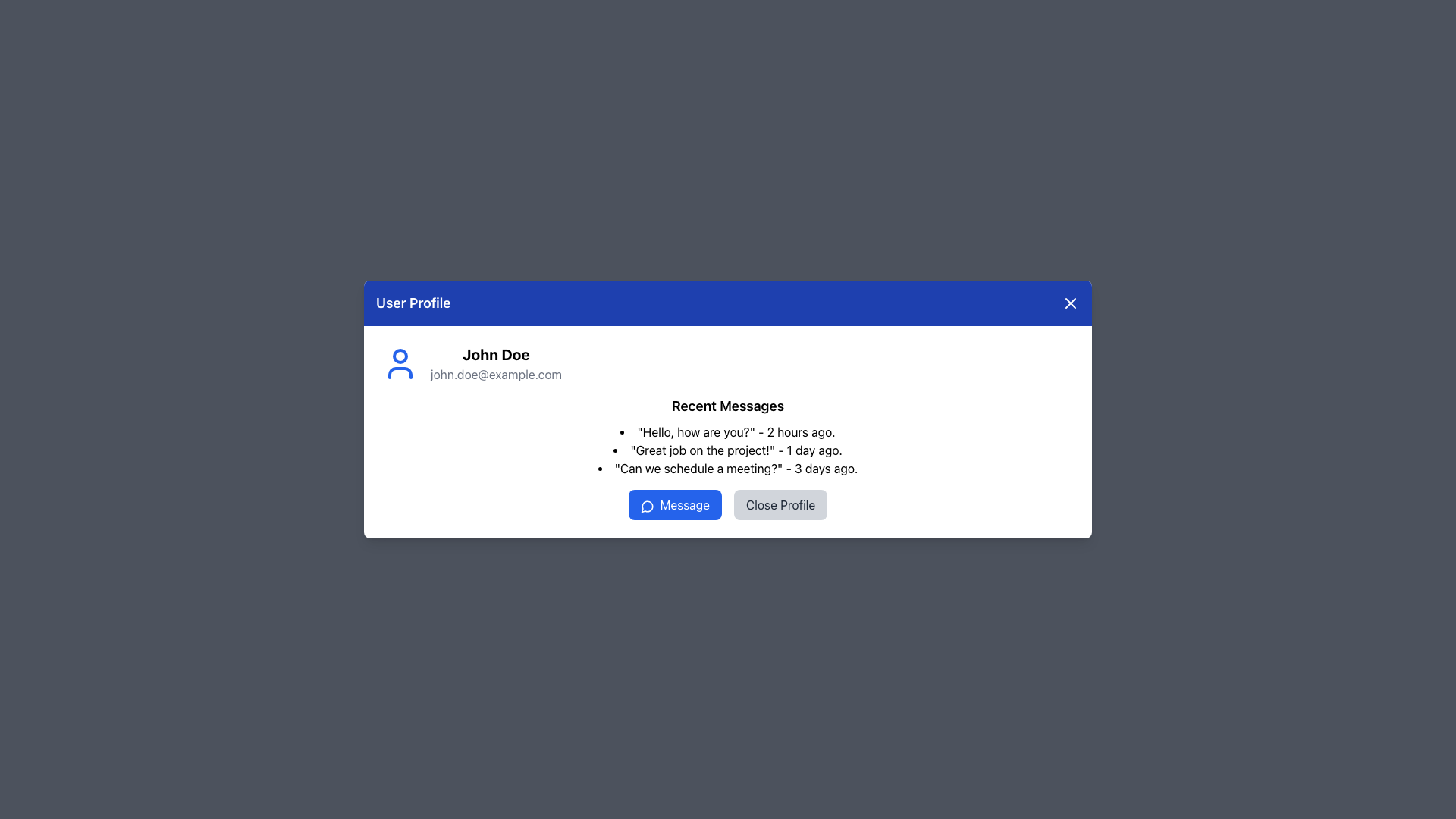  What do you see at coordinates (780, 505) in the screenshot?
I see `the close button located at the bottom right of the profile card to observe the hover effect` at bounding box center [780, 505].